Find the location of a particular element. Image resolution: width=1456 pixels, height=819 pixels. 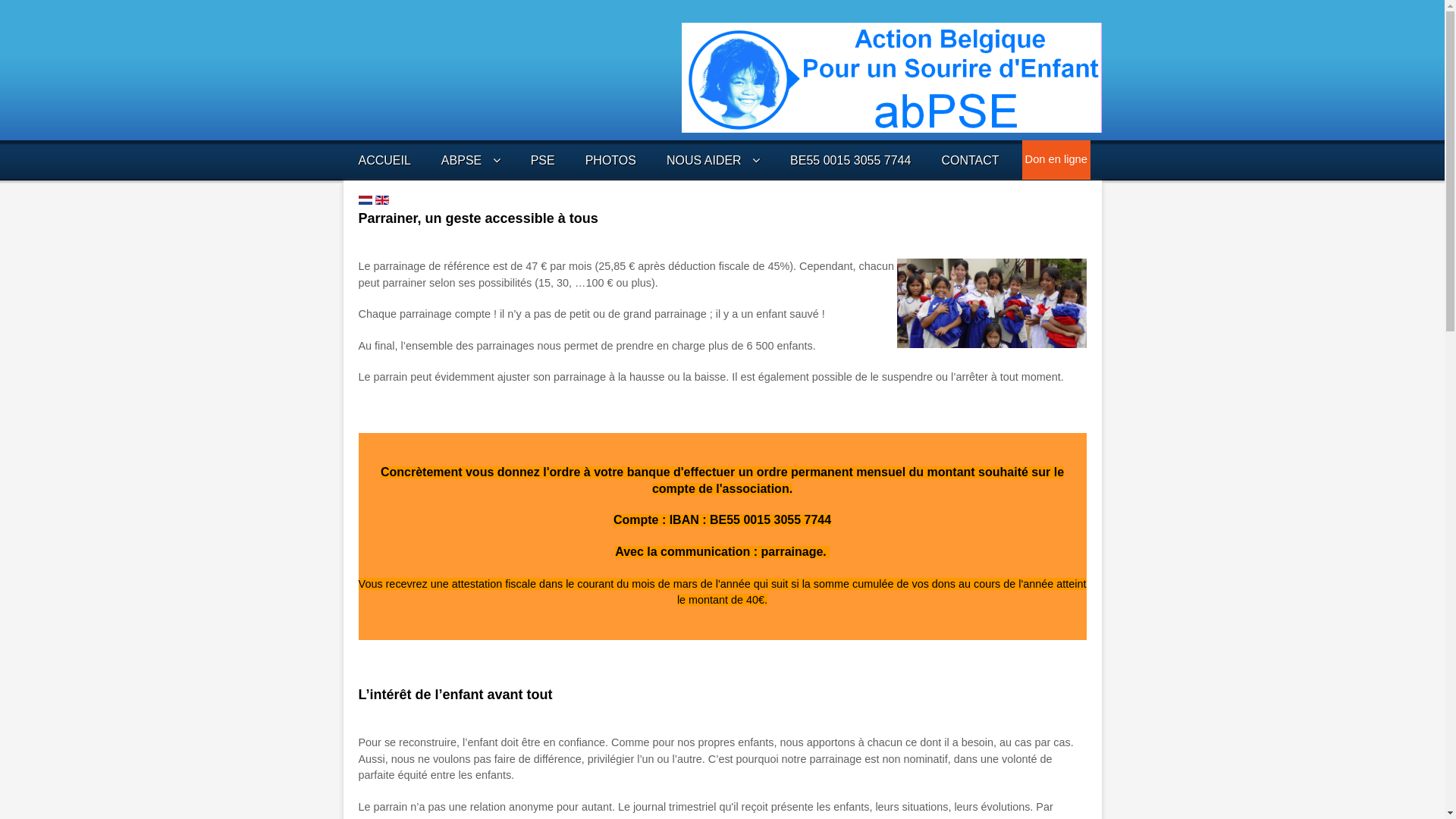

'NOUS AIDER' is located at coordinates (712, 160).